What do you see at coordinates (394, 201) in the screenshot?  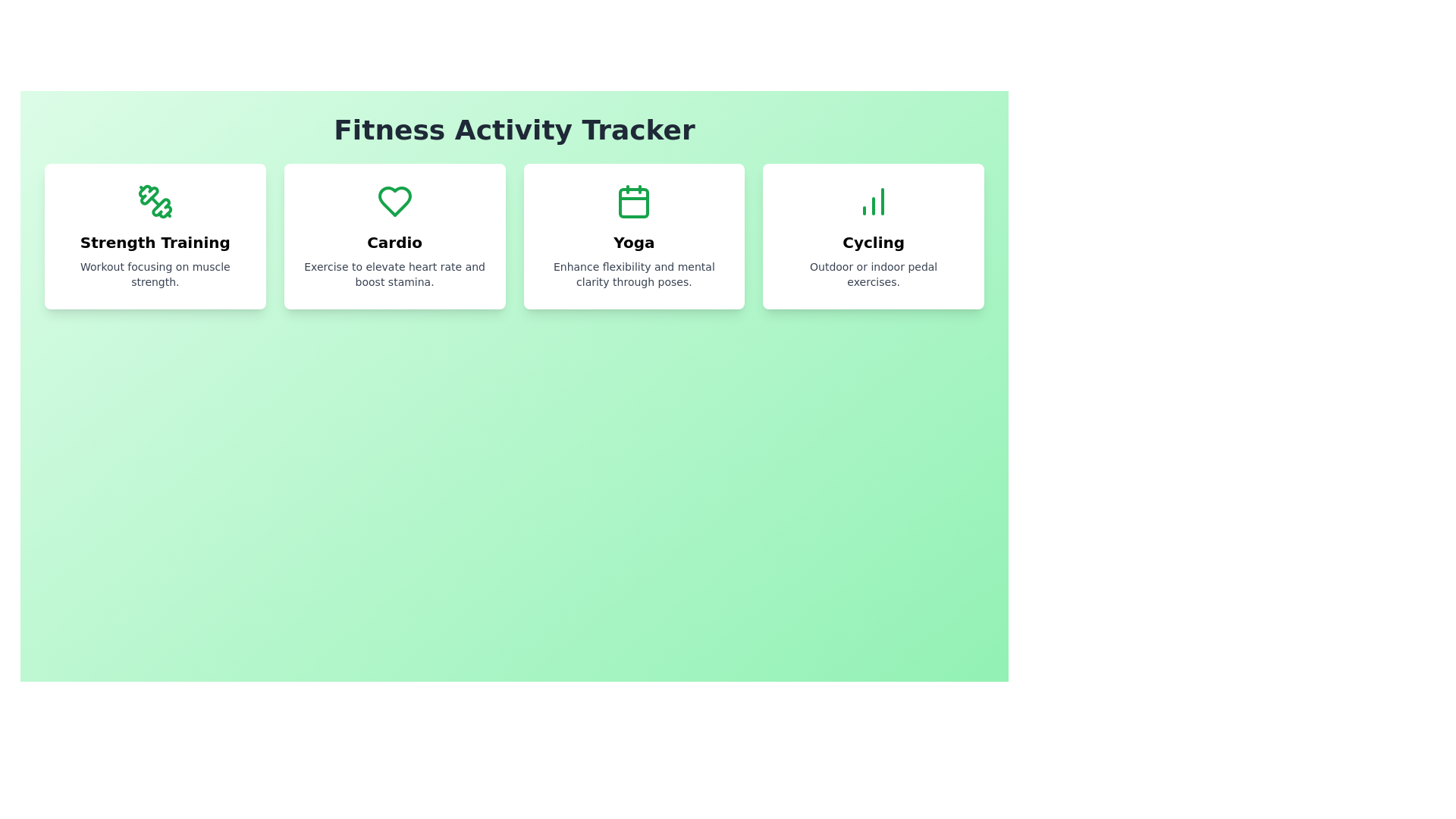 I see `the heart icon representing cardio activity, which is centrally located within the 'Cardio' card, directly above the text 'Cardio'` at bounding box center [394, 201].